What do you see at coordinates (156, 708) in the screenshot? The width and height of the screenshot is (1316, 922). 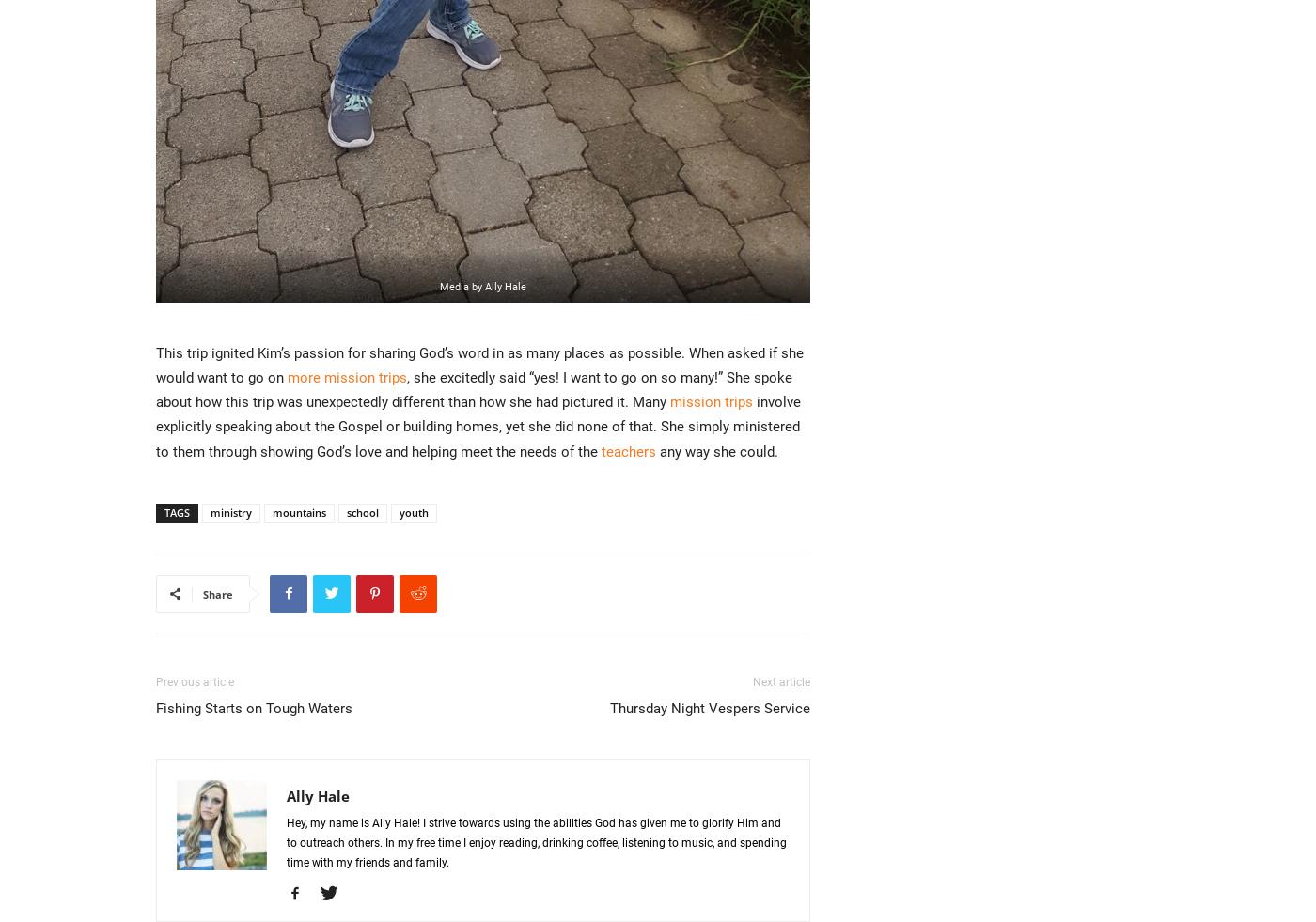 I see `'Fishing Starts on Tough Waters'` at bounding box center [156, 708].